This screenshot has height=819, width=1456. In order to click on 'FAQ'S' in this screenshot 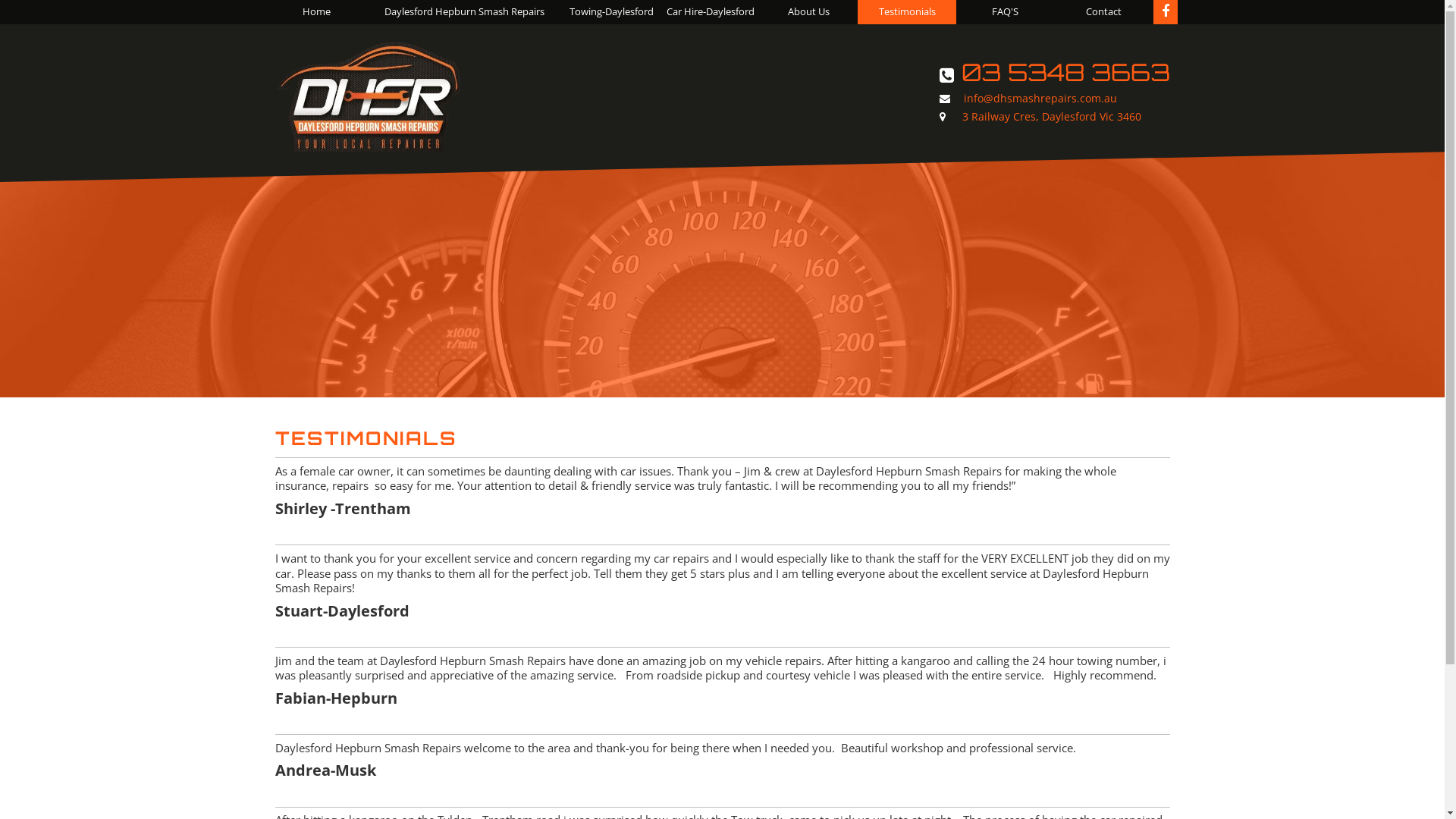, I will do `click(1005, 11)`.